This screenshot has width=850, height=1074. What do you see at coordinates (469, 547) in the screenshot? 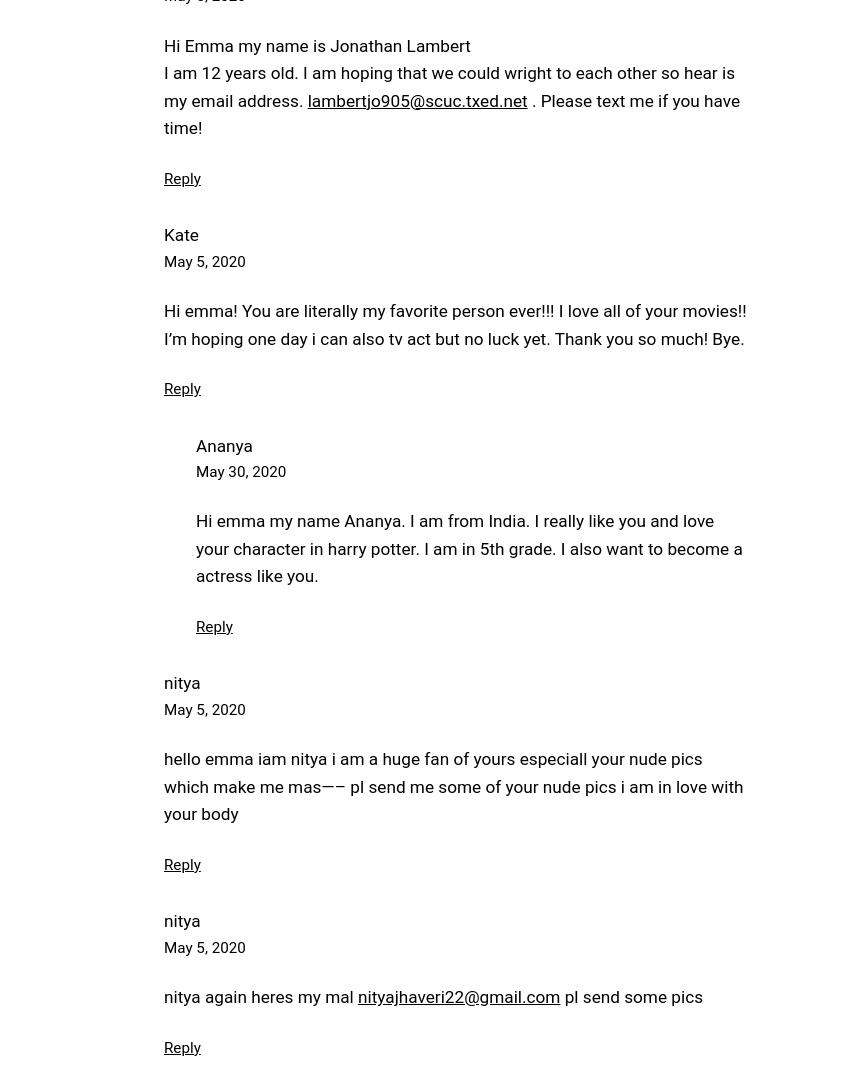
I see `'Hi  emma my name Ananya. I am from India. I really like you and love your character in harry potter.  I am in 5th grade. I also want to become a actress like you.'` at bounding box center [469, 547].